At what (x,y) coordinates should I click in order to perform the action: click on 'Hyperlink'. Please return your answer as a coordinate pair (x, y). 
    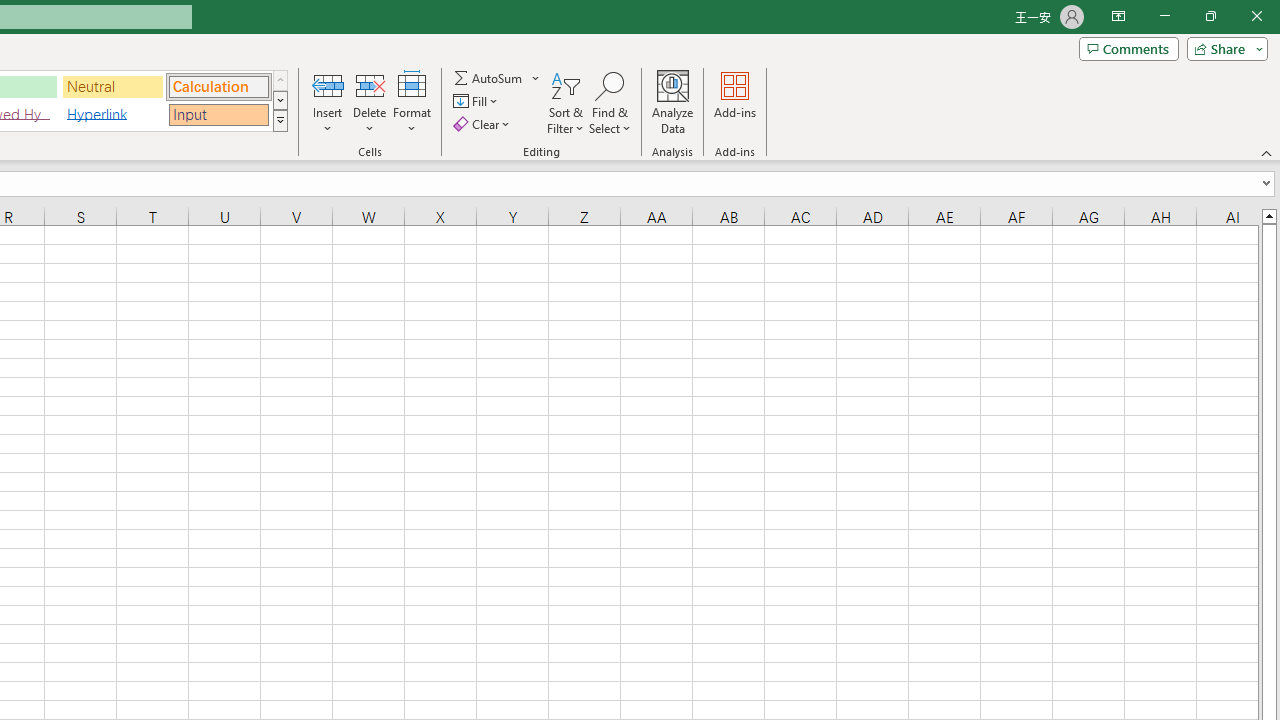
    Looking at the image, I should click on (112, 114).